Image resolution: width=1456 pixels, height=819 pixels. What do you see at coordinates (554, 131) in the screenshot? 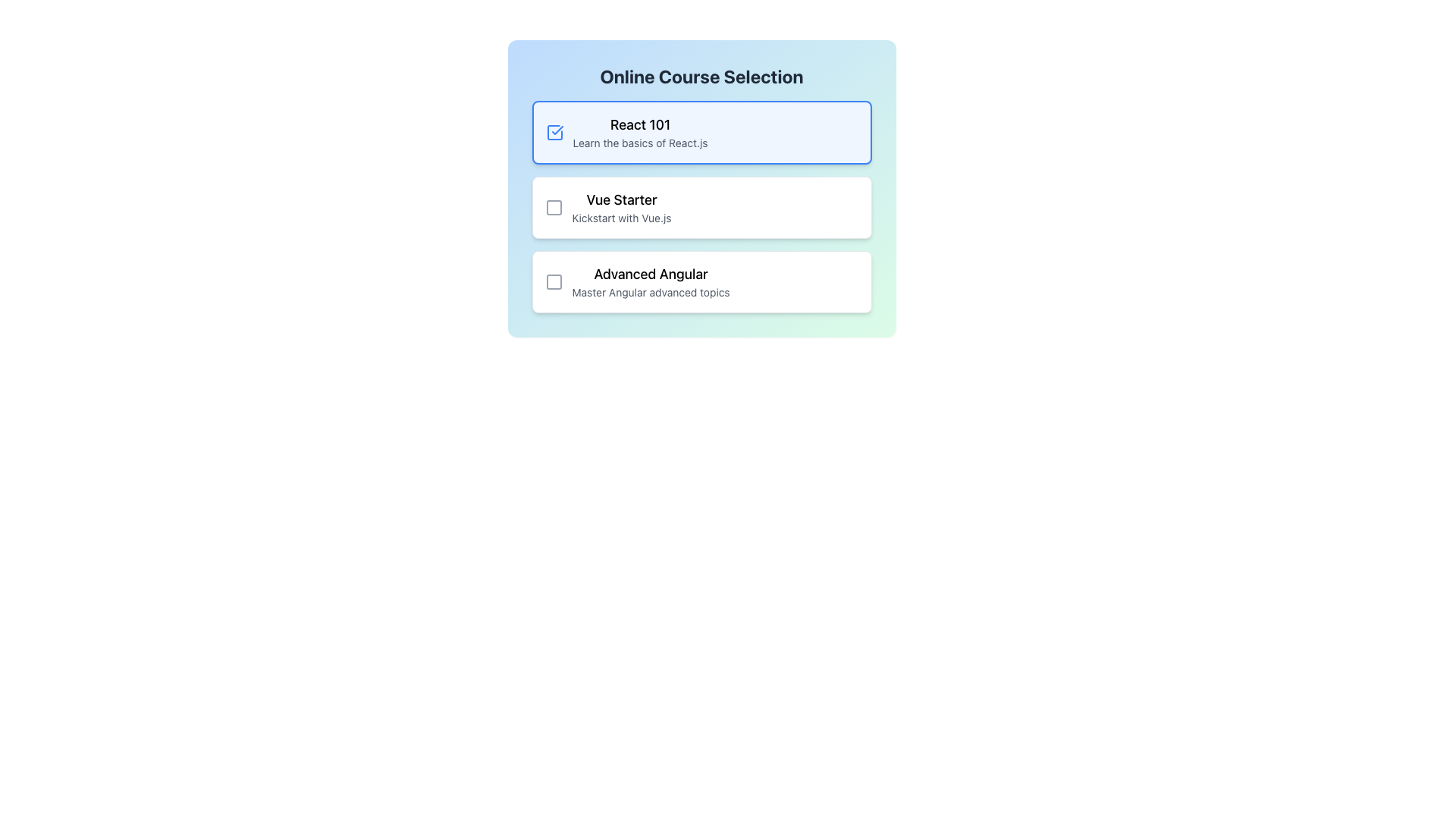
I see `the checkbox styled as a square with rounded corners, which is checked and located adjacent to the 'React 101' text` at bounding box center [554, 131].